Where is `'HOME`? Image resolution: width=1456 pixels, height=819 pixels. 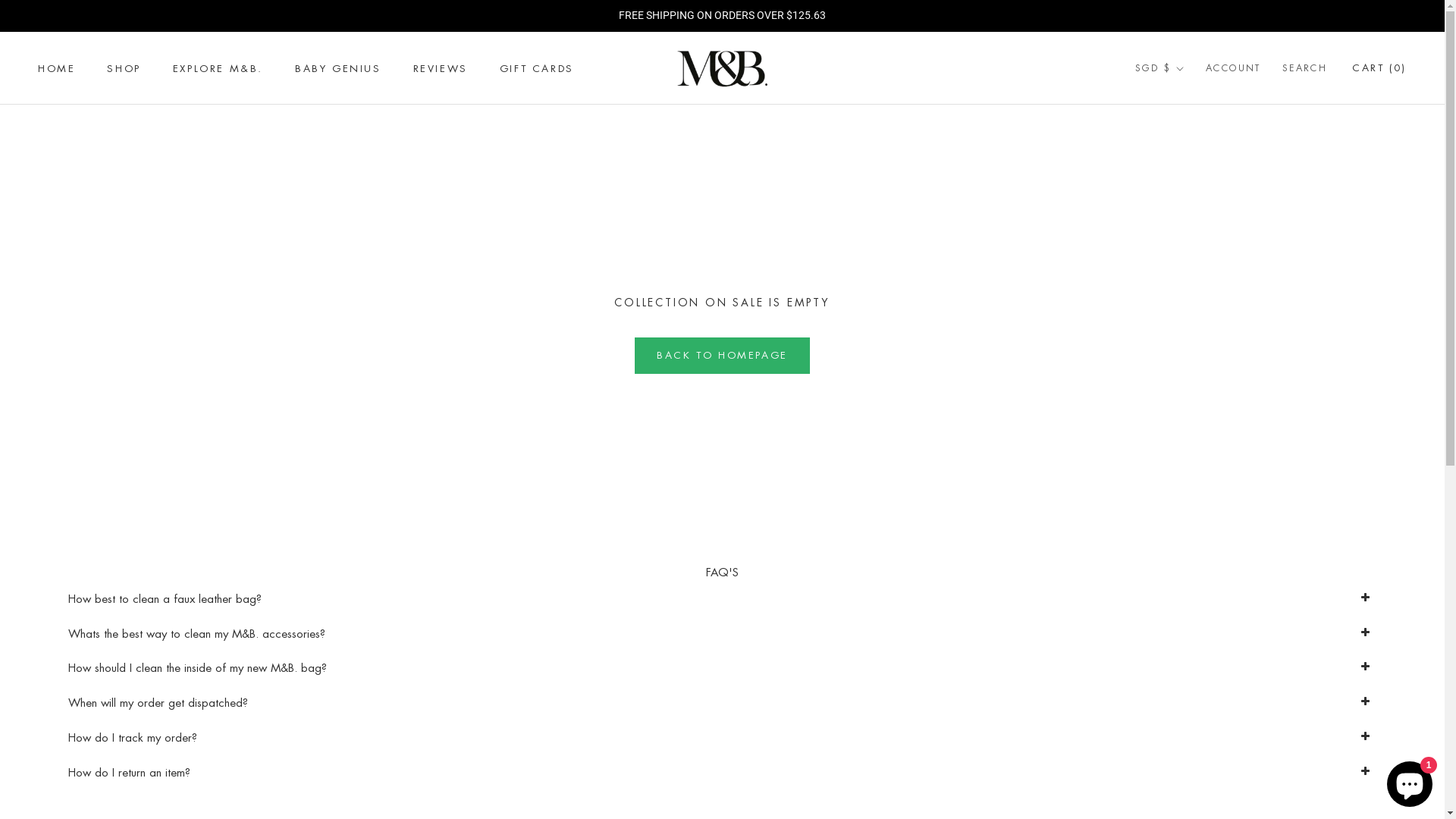
'HOME is located at coordinates (56, 68).